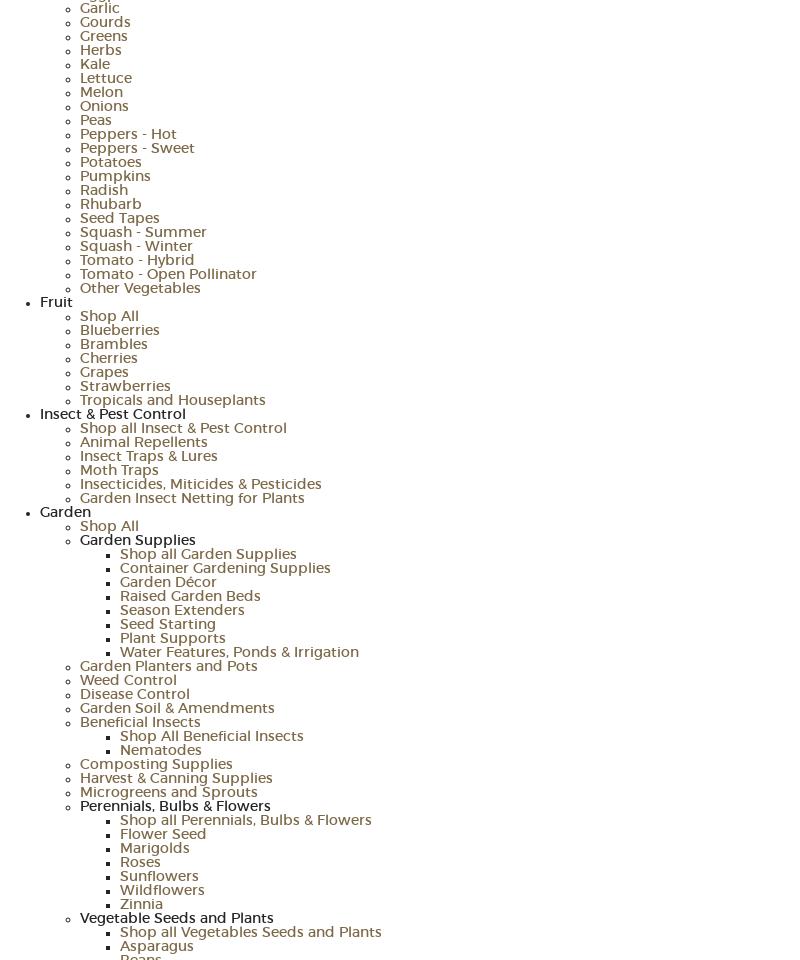 This screenshot has height=960, width=800. I want to click on 'Shop all Insect & Pest Control', so click(182, 427).